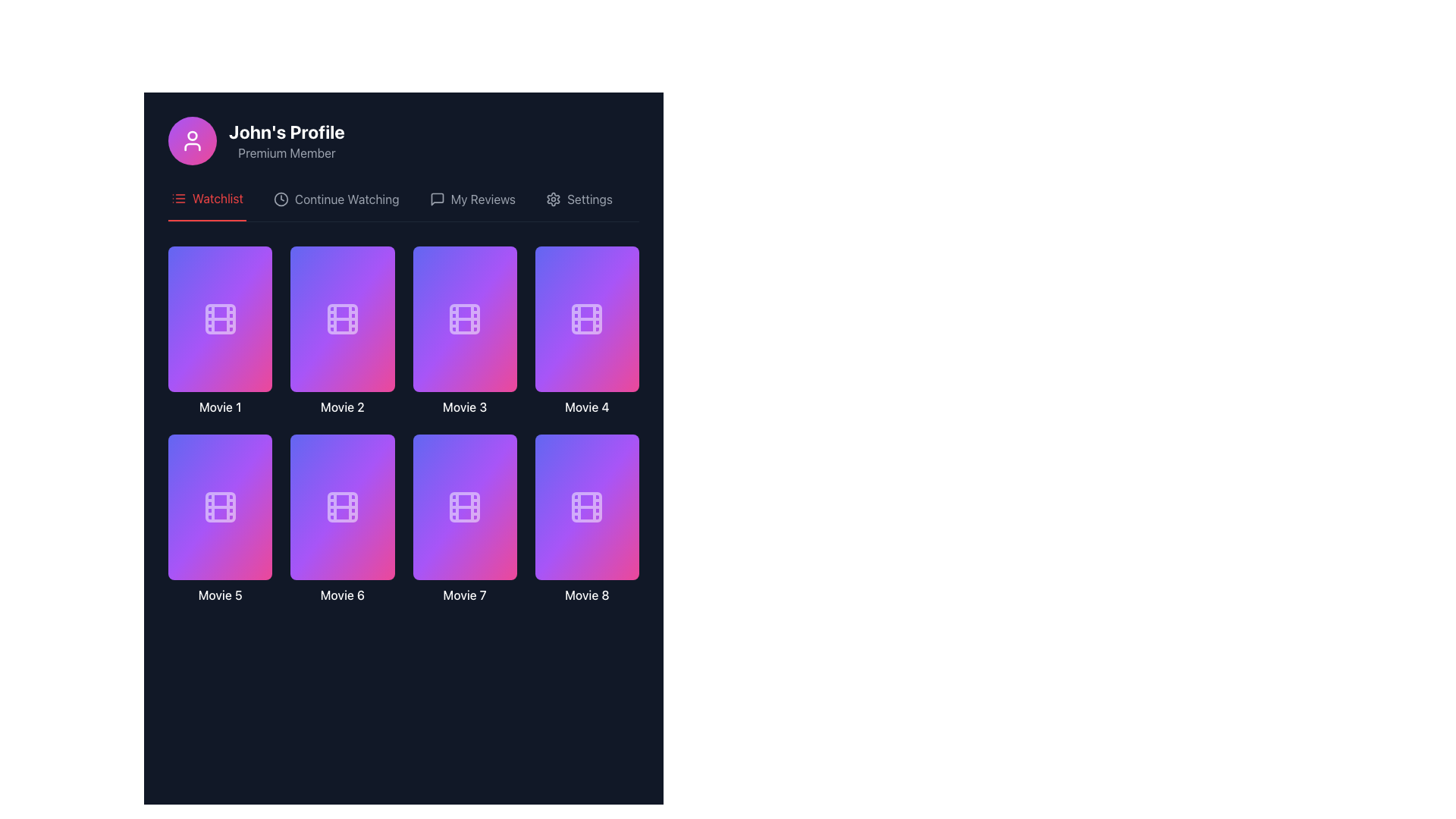  Describe the element at coordinates (341, 318) in the screenshot. I see `the interactive card representing a movie in the 'Watchlist' section, located in the second column of the first row, between 'Movie 1' and 'Movie 3'` at that location.